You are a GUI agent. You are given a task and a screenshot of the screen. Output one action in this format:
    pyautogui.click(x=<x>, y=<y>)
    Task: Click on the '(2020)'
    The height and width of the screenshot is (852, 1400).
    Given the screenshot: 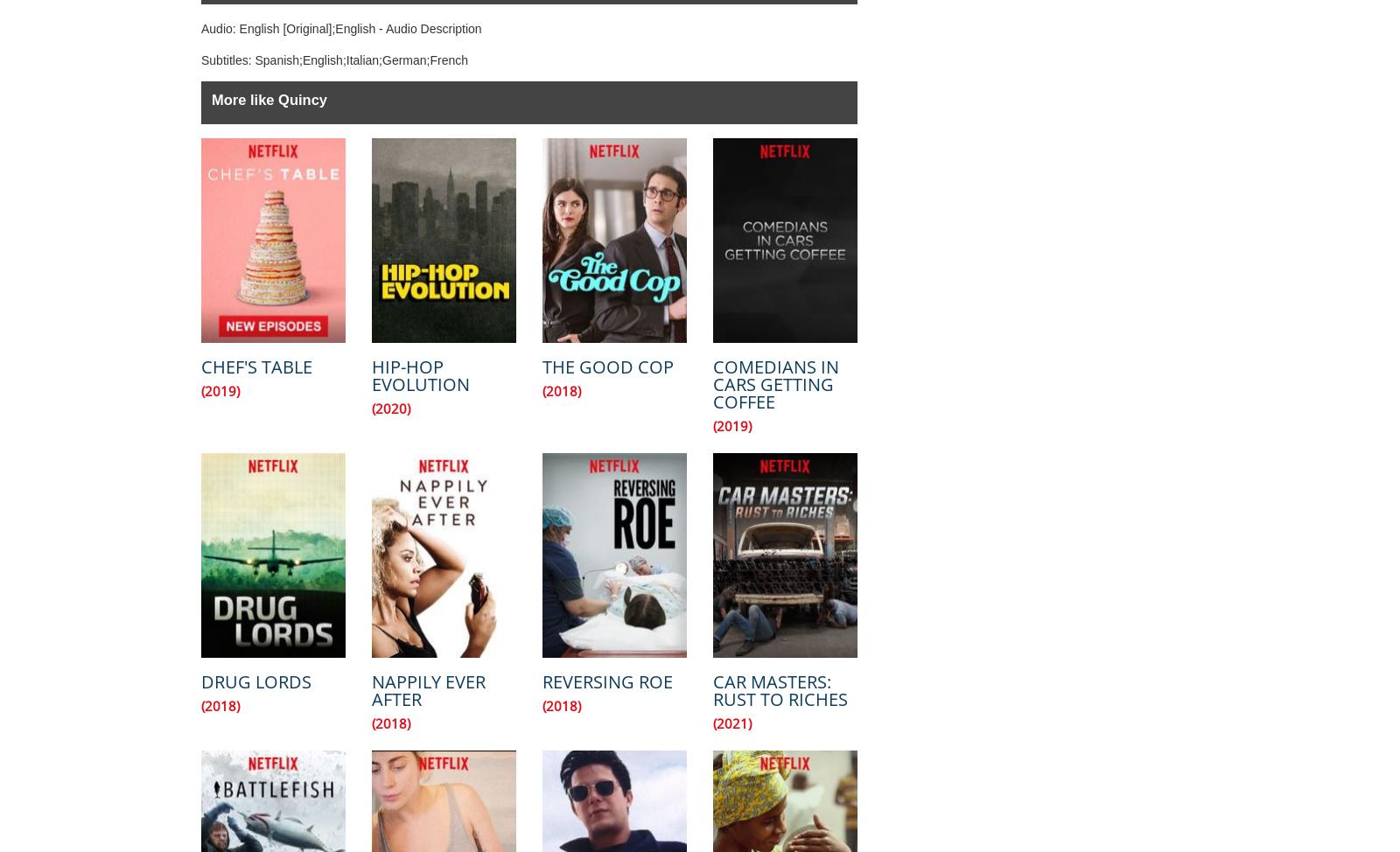 What is the action you would take?
    pyautogui.click(x=390, y=408)
    